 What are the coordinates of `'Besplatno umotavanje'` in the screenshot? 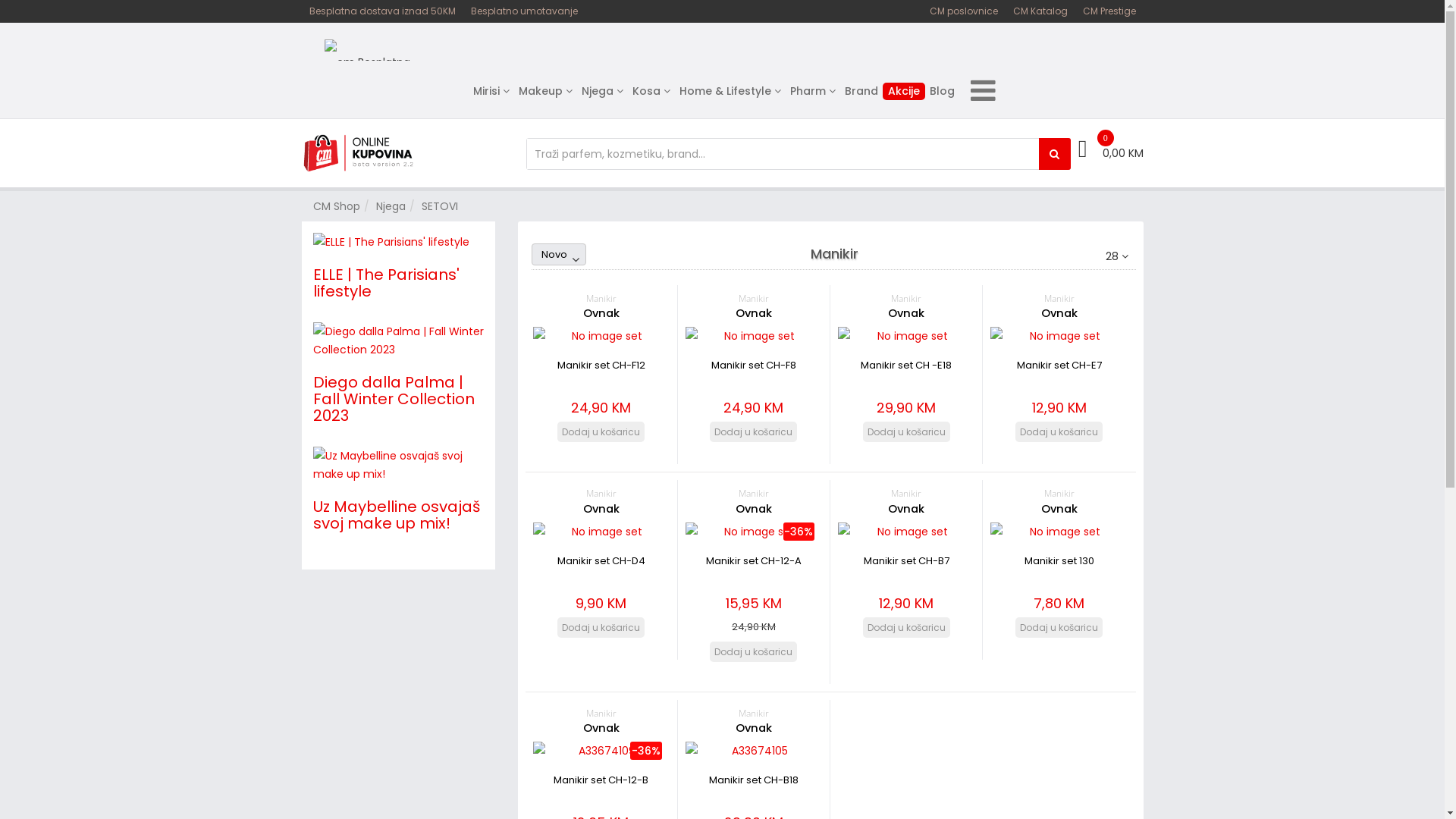 It's located at (523, 11).